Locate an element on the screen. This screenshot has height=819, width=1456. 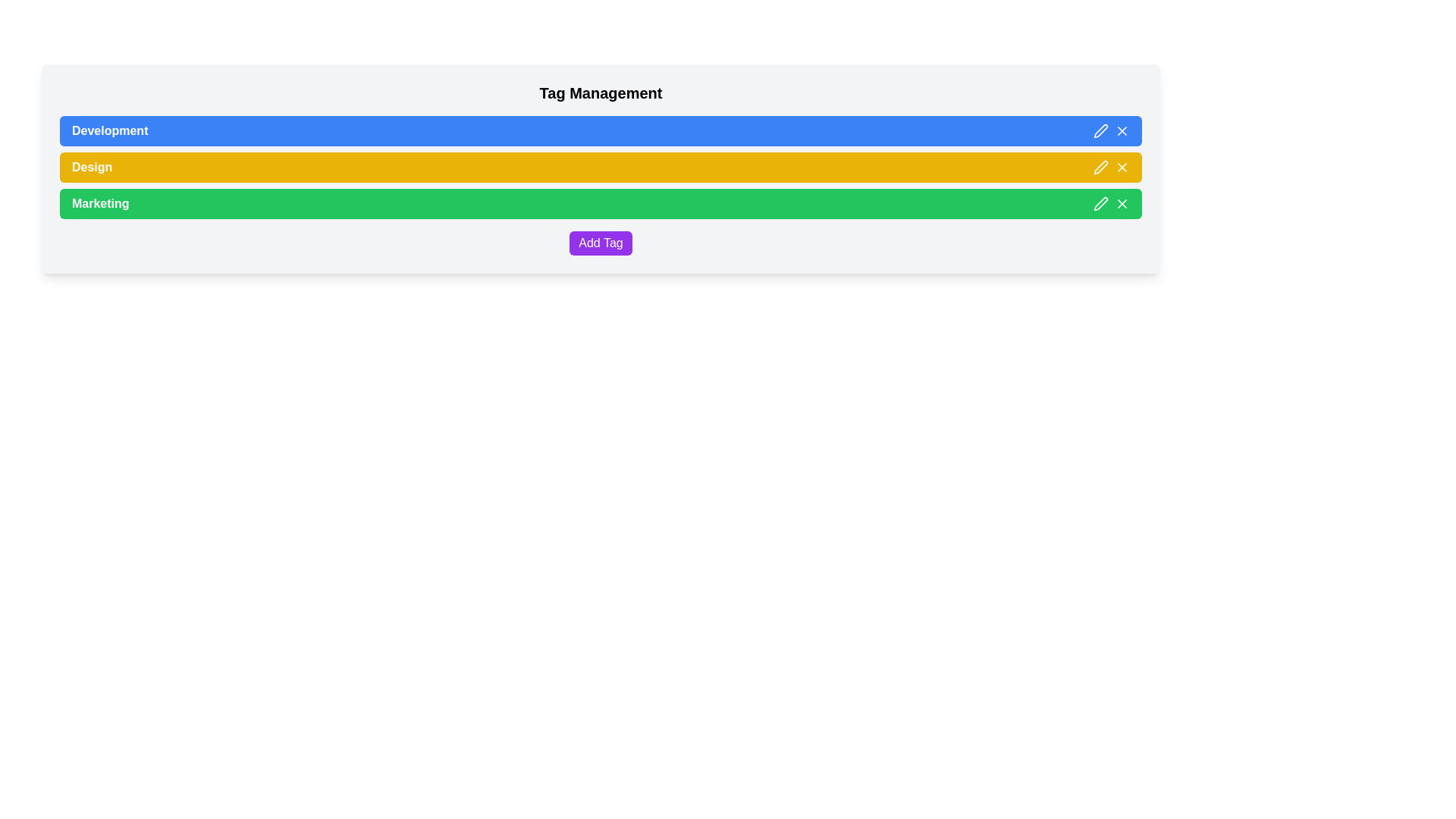
the purple button labeled 'Add Tag' to change its color to a darker shade of purple is located at coordinates (600, 242).